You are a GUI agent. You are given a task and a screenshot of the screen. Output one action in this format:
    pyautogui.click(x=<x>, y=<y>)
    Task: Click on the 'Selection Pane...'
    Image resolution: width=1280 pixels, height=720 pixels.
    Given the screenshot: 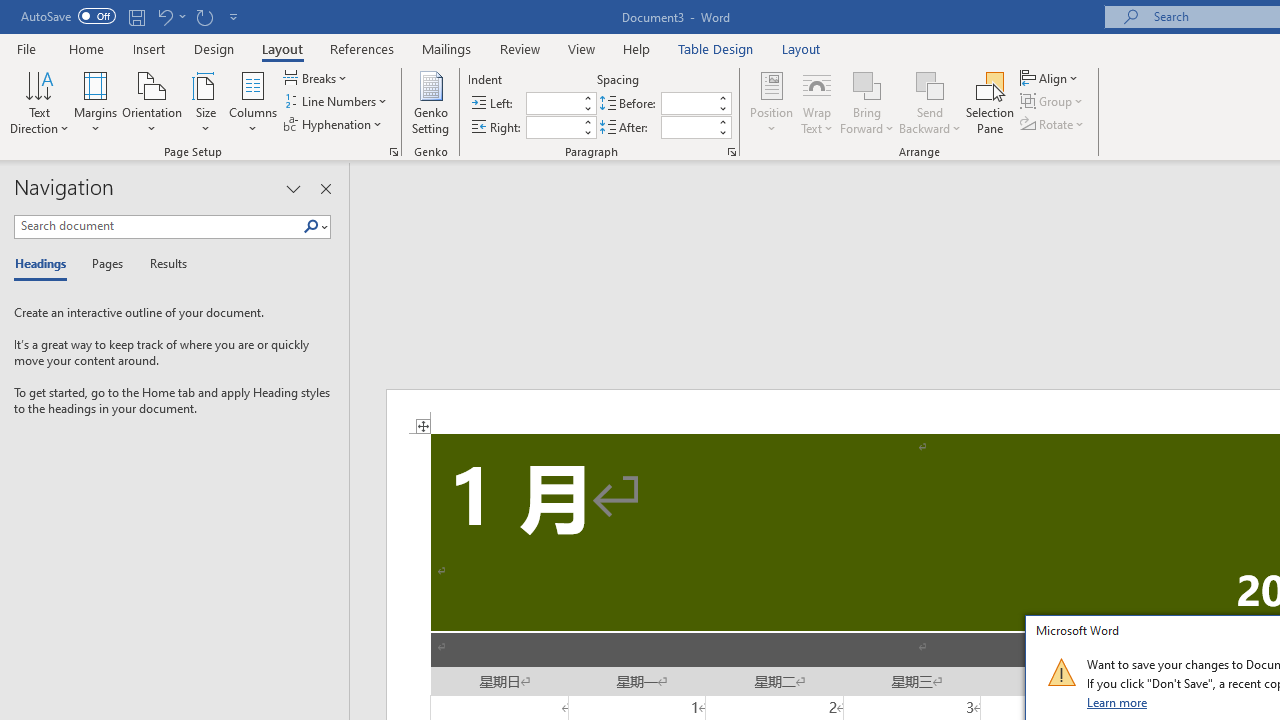 What is the action you would take?
    pyautogui.click(x=990, y=103)
    